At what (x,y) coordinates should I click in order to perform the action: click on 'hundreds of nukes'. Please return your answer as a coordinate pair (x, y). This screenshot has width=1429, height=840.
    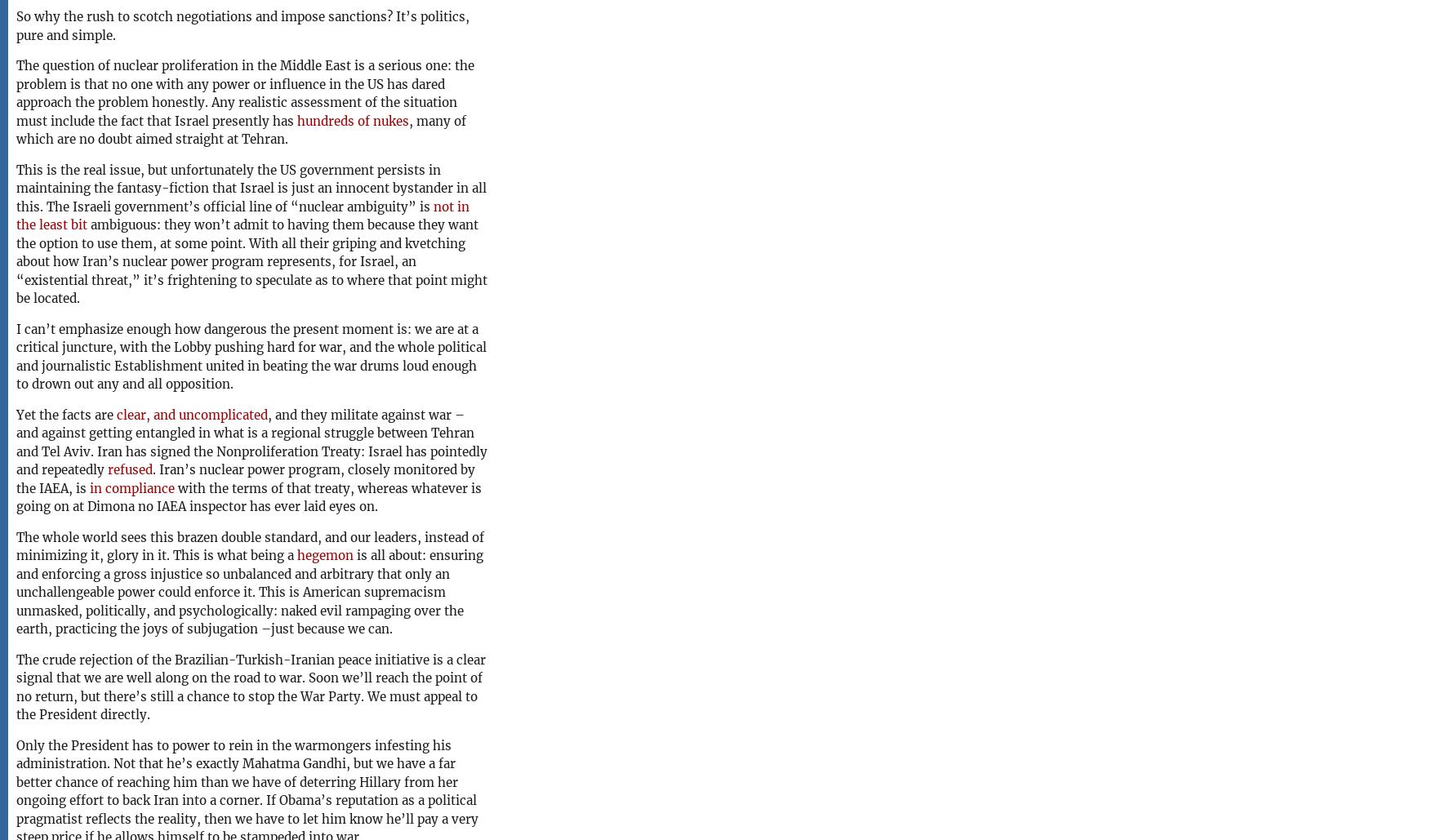
    Looking at the image, I should click on (352, 120).